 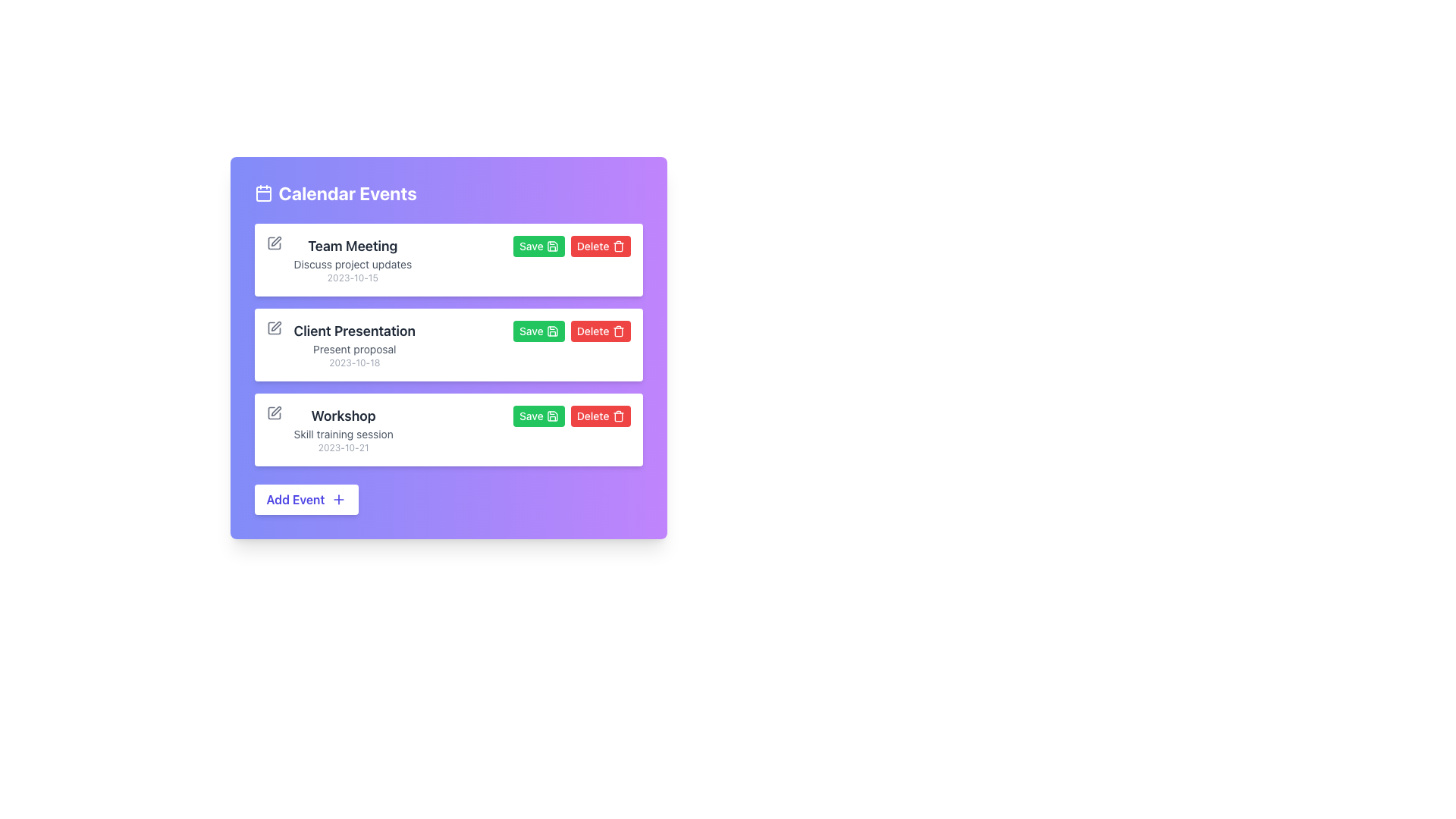 What do you see at coordinates (618, 331) in the screenshot?
I see `the Icon component of the trash bin illustration, which is part of the delete button aligned to the right side of each event's row in the calendar interface` at bounding box center [618, 331].